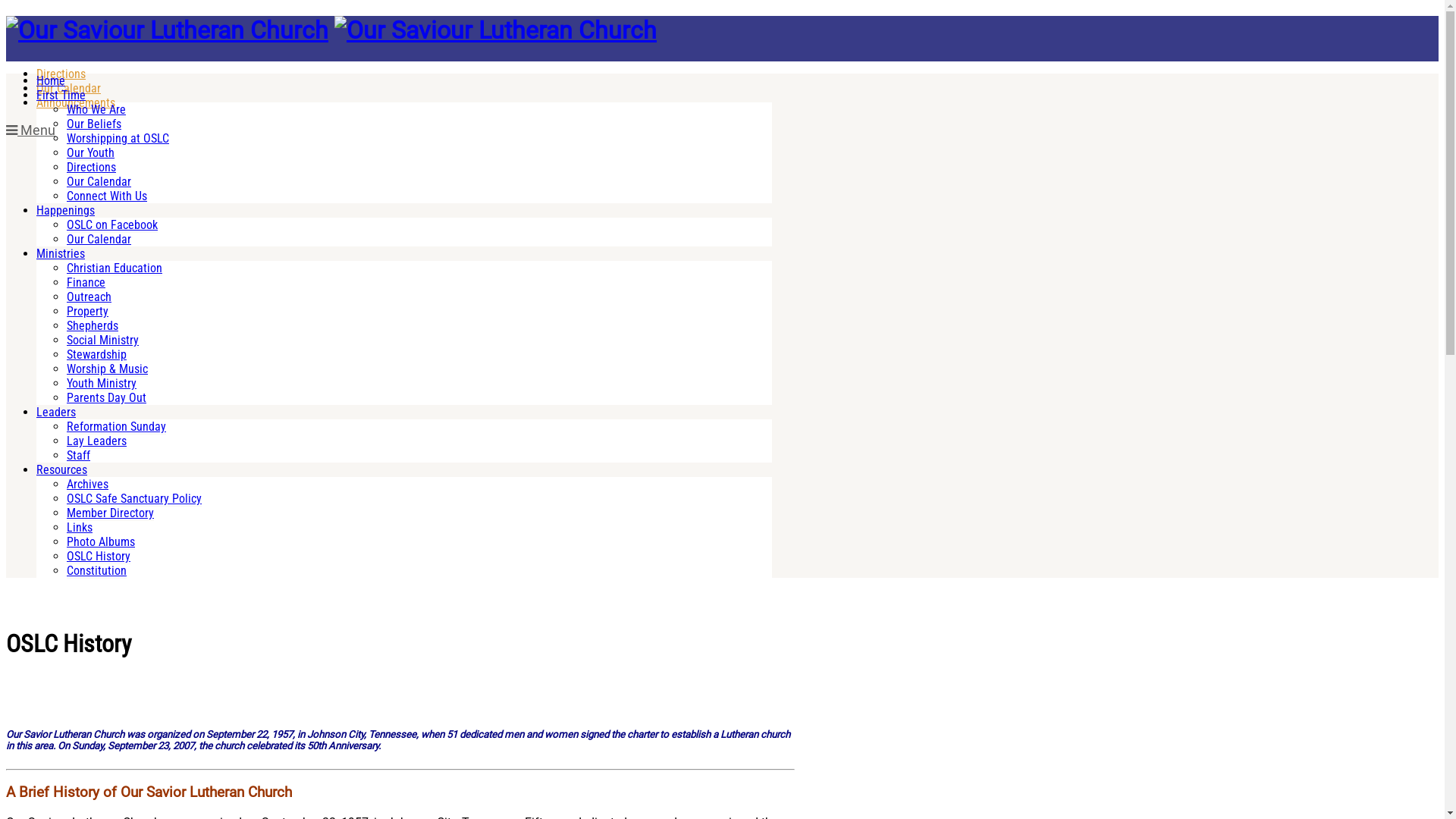  Describe the element at coordinates (111, 225) in the screenshot. I see `'OSLC on Facebook'` at that location.